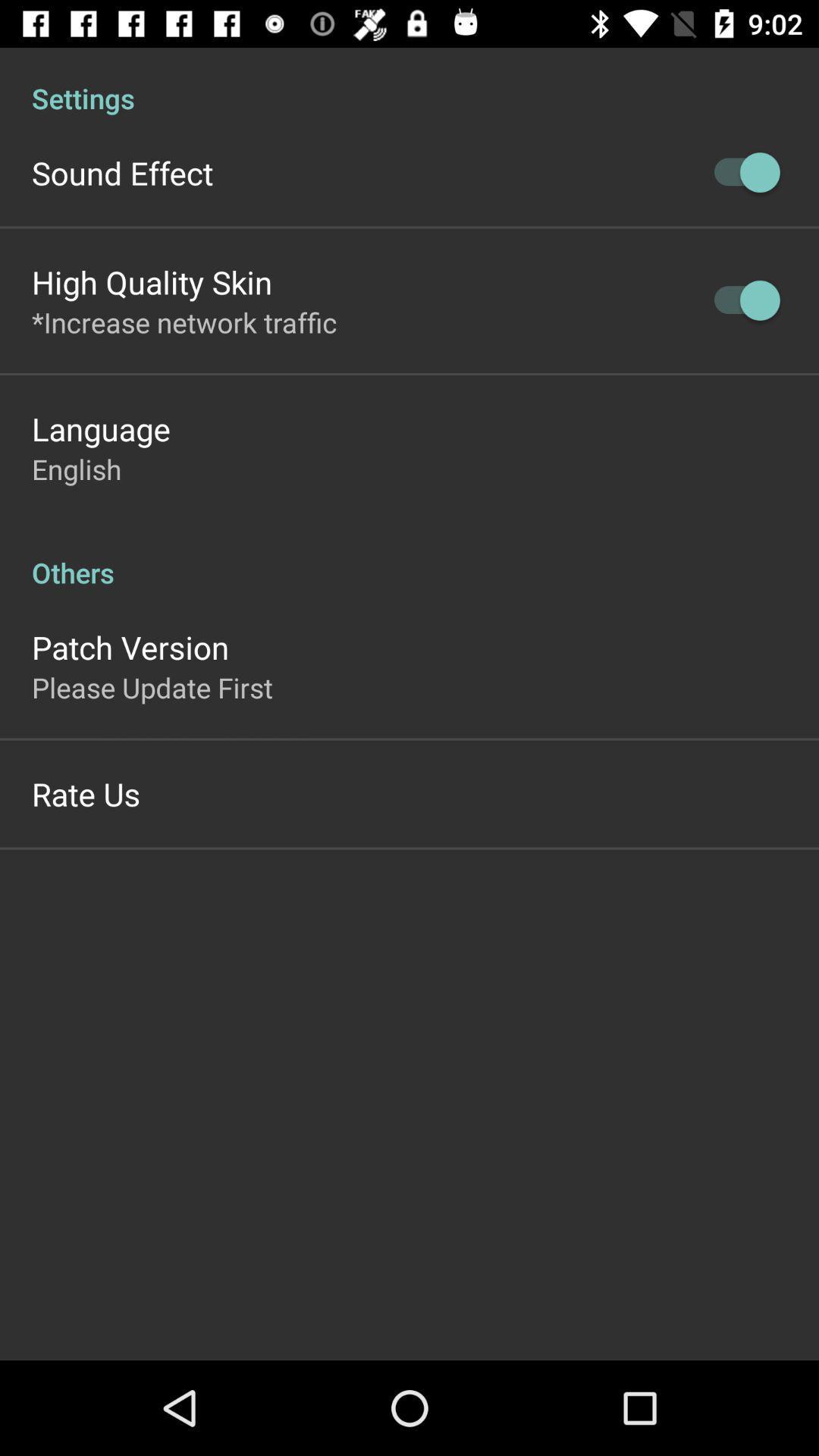 The image size is (819, 1456). What do you see at coordinates (152, 686) in the screenshot?
I see `the app below patch version item` at bounding box center [152, 686].